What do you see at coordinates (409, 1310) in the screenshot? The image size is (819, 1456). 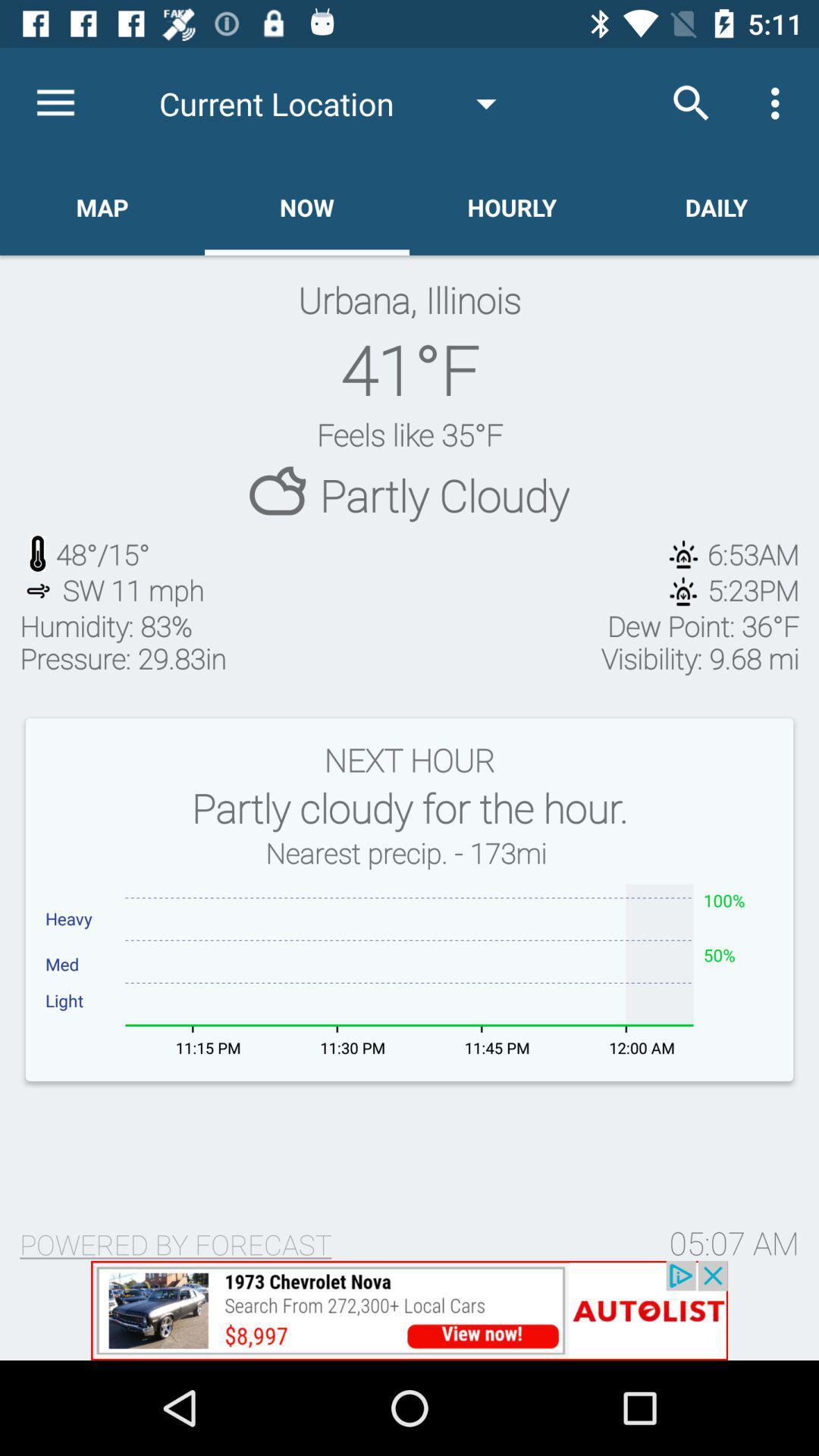 I see `advertisement page` at bounding box center [409, 1310].